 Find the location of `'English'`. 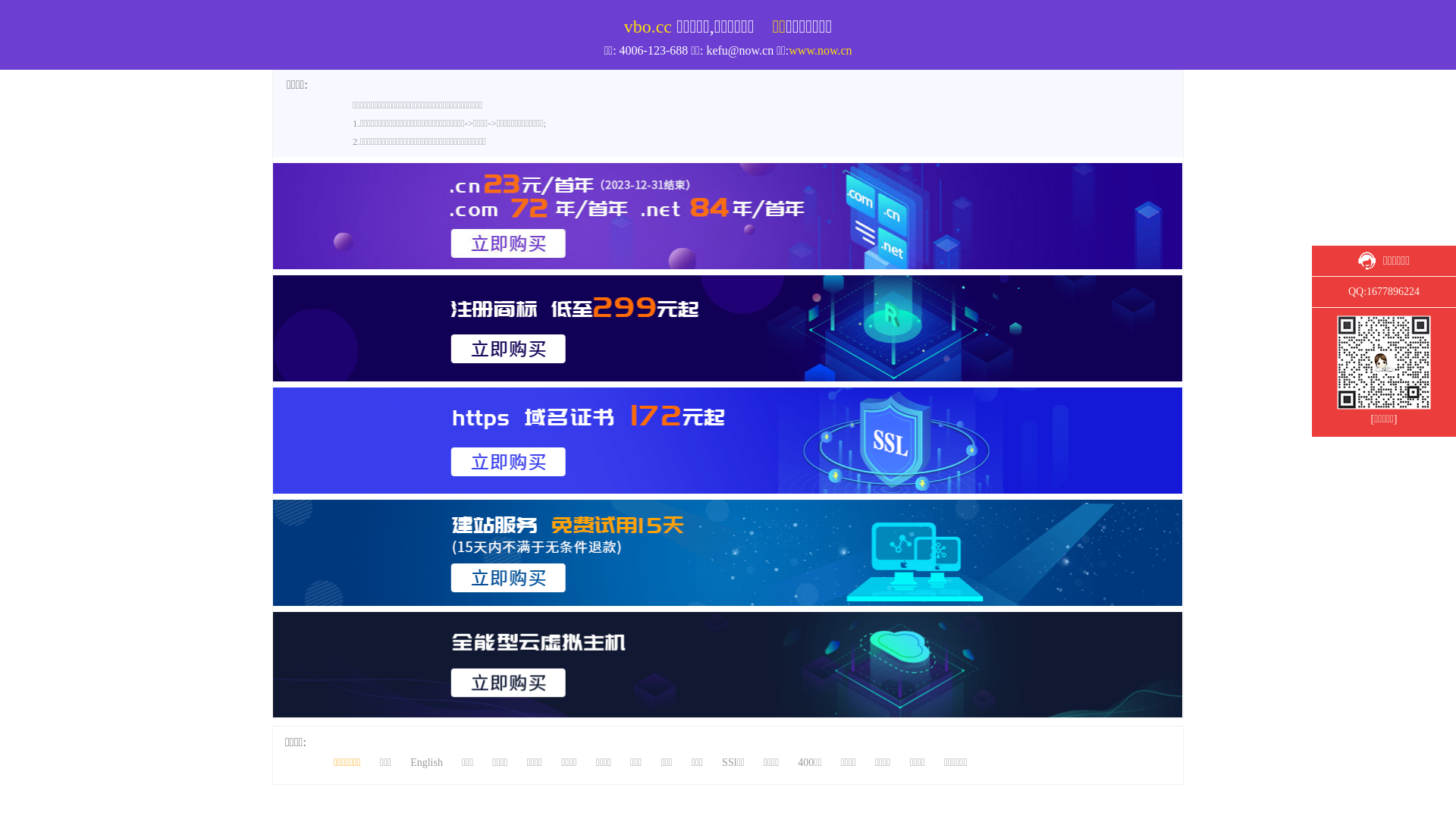

'English' is located at coordinates (425, 762).